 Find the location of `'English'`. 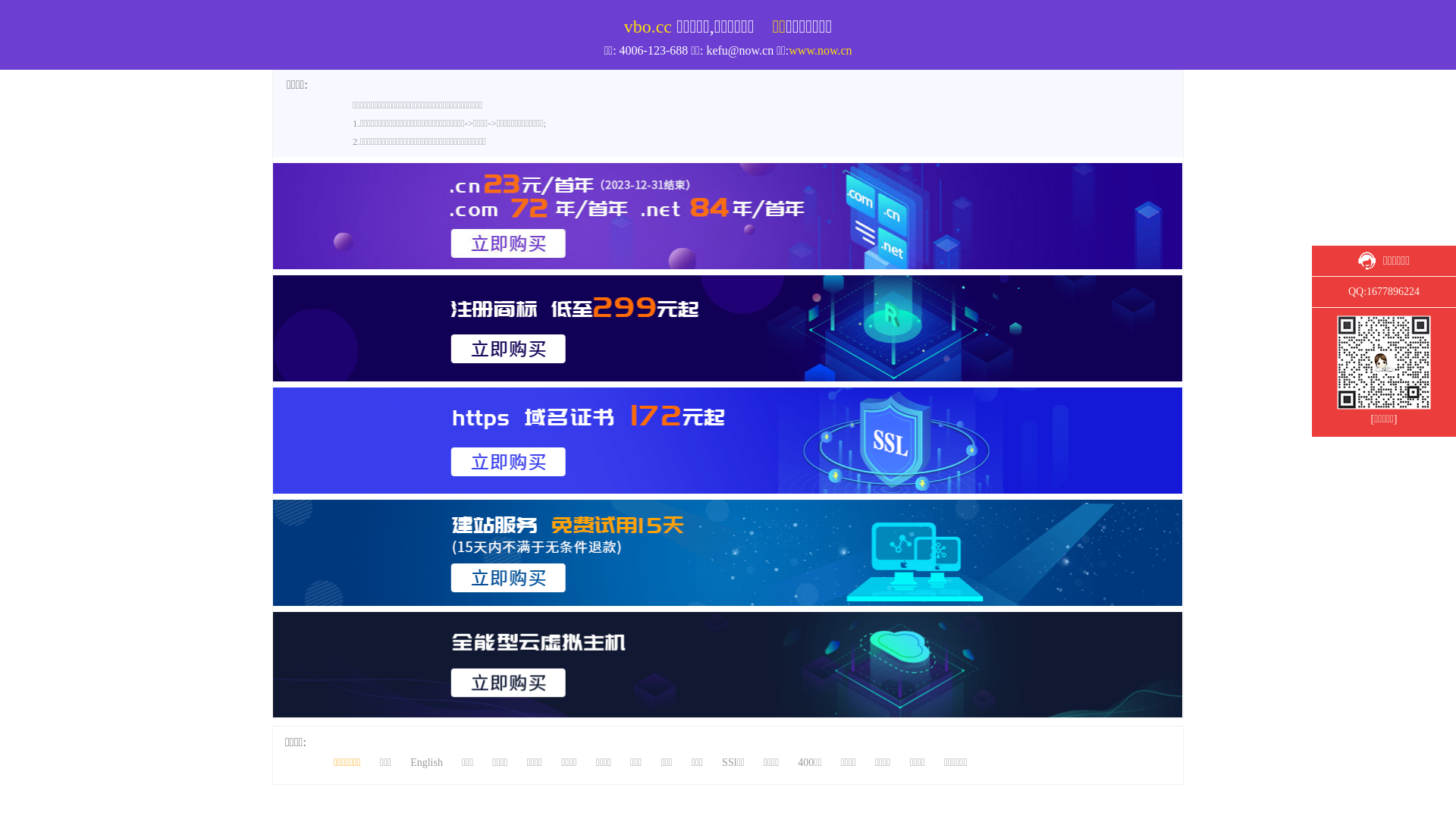

'English' is located at coordinates (425, 762).